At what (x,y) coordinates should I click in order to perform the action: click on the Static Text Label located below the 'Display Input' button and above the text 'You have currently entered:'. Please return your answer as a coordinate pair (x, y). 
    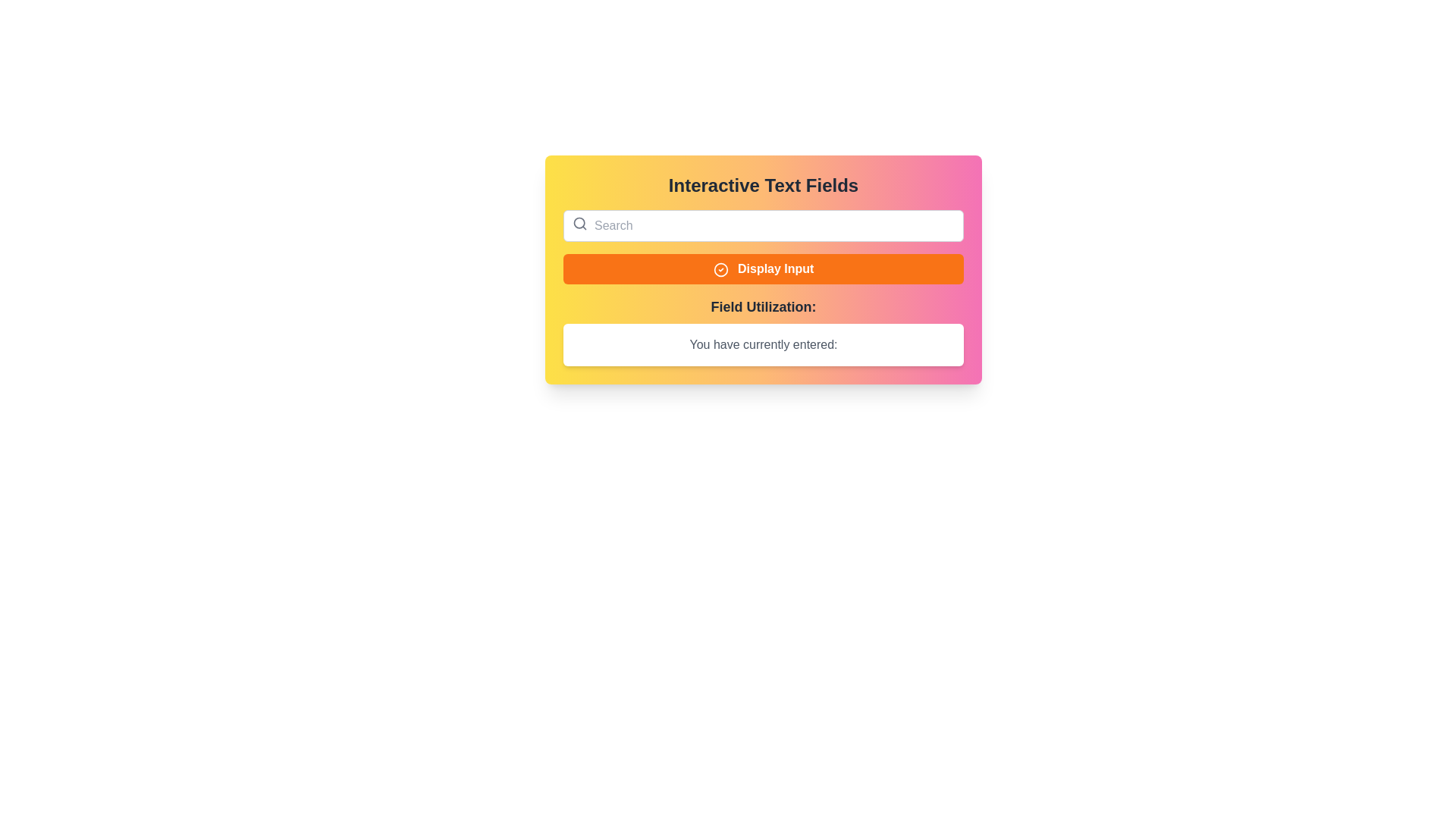
    Looking at the image, I should click on (764, 307).